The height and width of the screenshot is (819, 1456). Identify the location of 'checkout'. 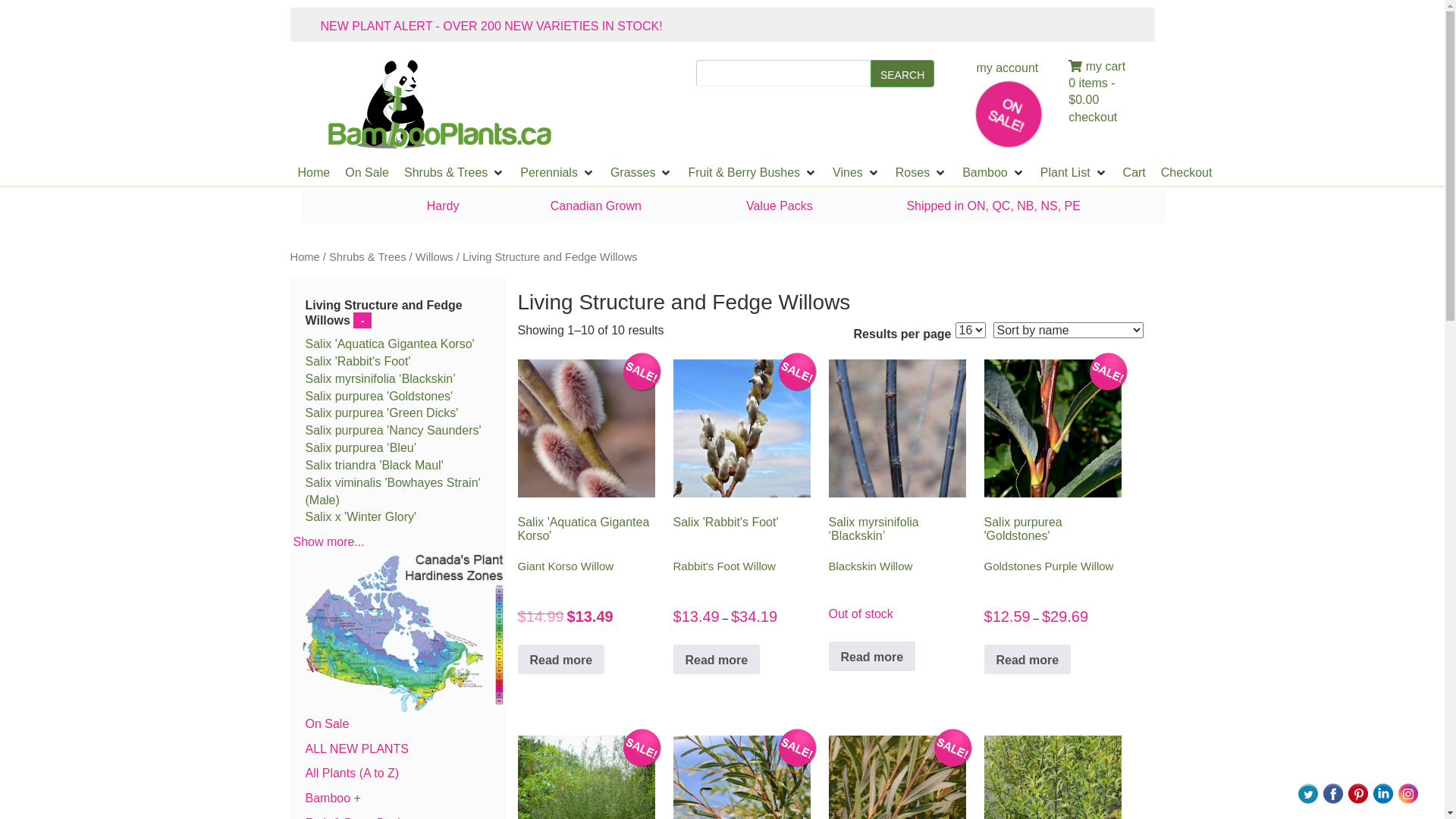
(1107, 117).